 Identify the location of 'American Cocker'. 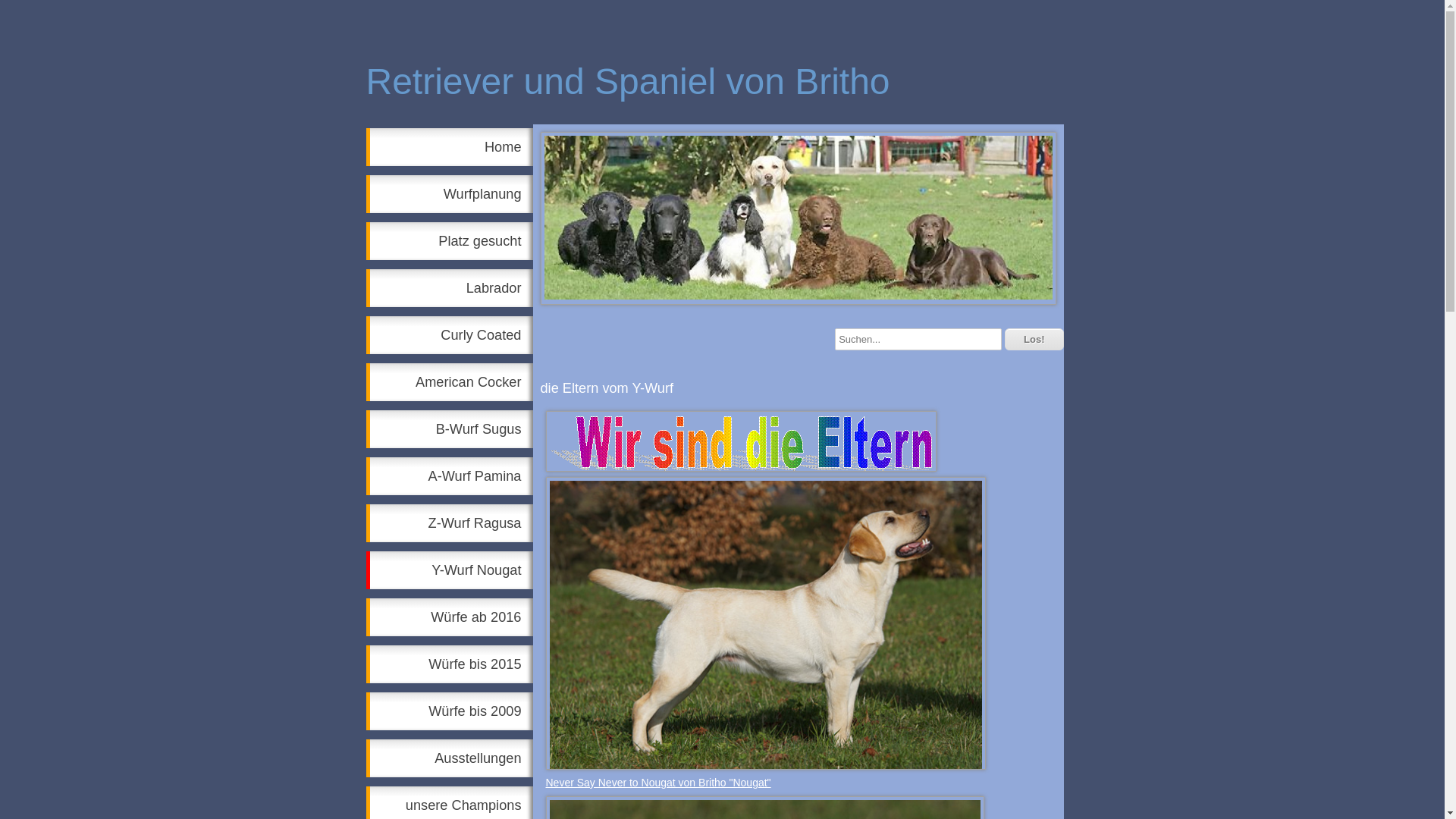
(447, 381).